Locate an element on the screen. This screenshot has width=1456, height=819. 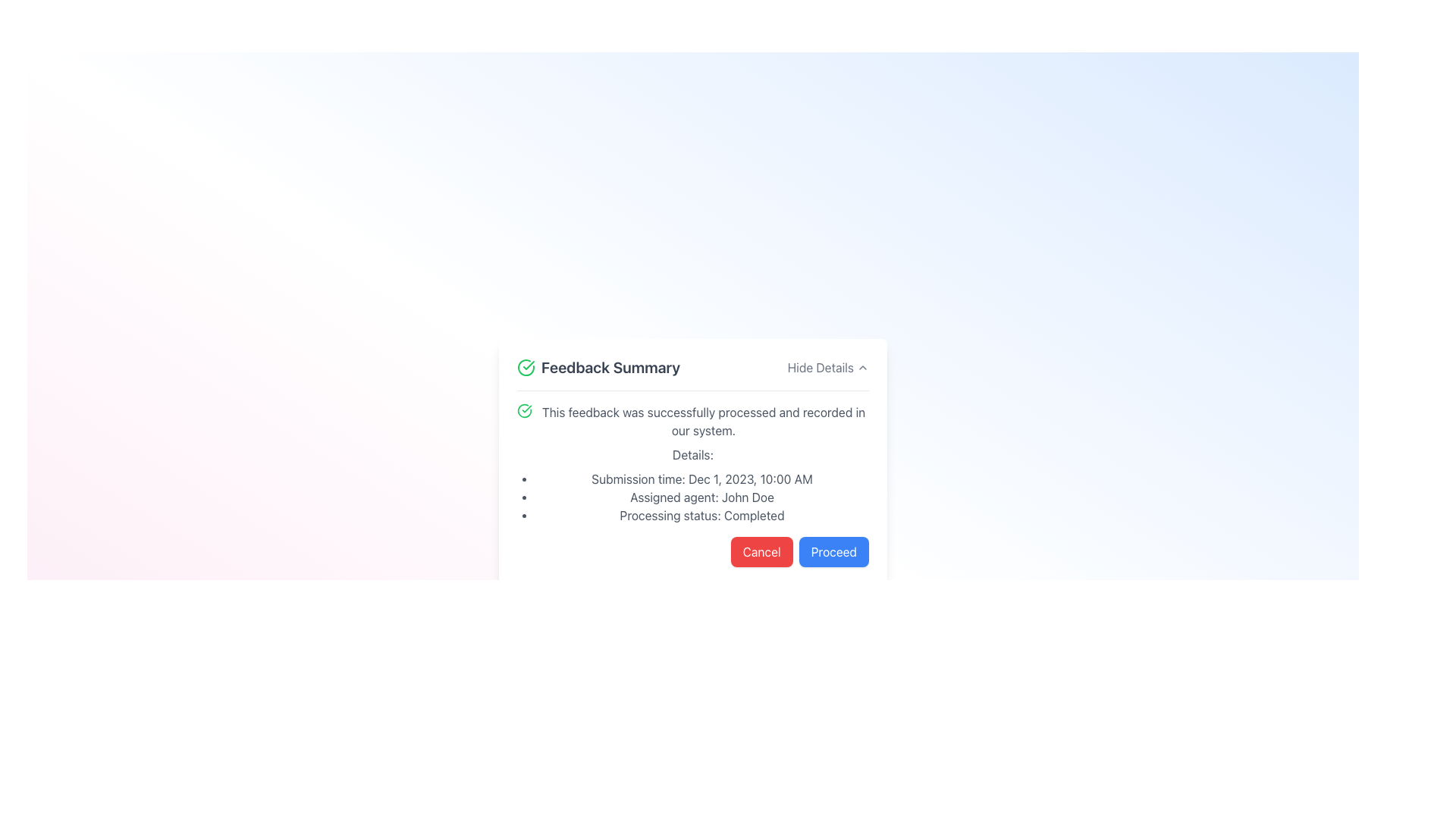
the header text with icon that indicates the context of the feedback details, located at the top left of the feedback display card is located at coordinates (598, 367).